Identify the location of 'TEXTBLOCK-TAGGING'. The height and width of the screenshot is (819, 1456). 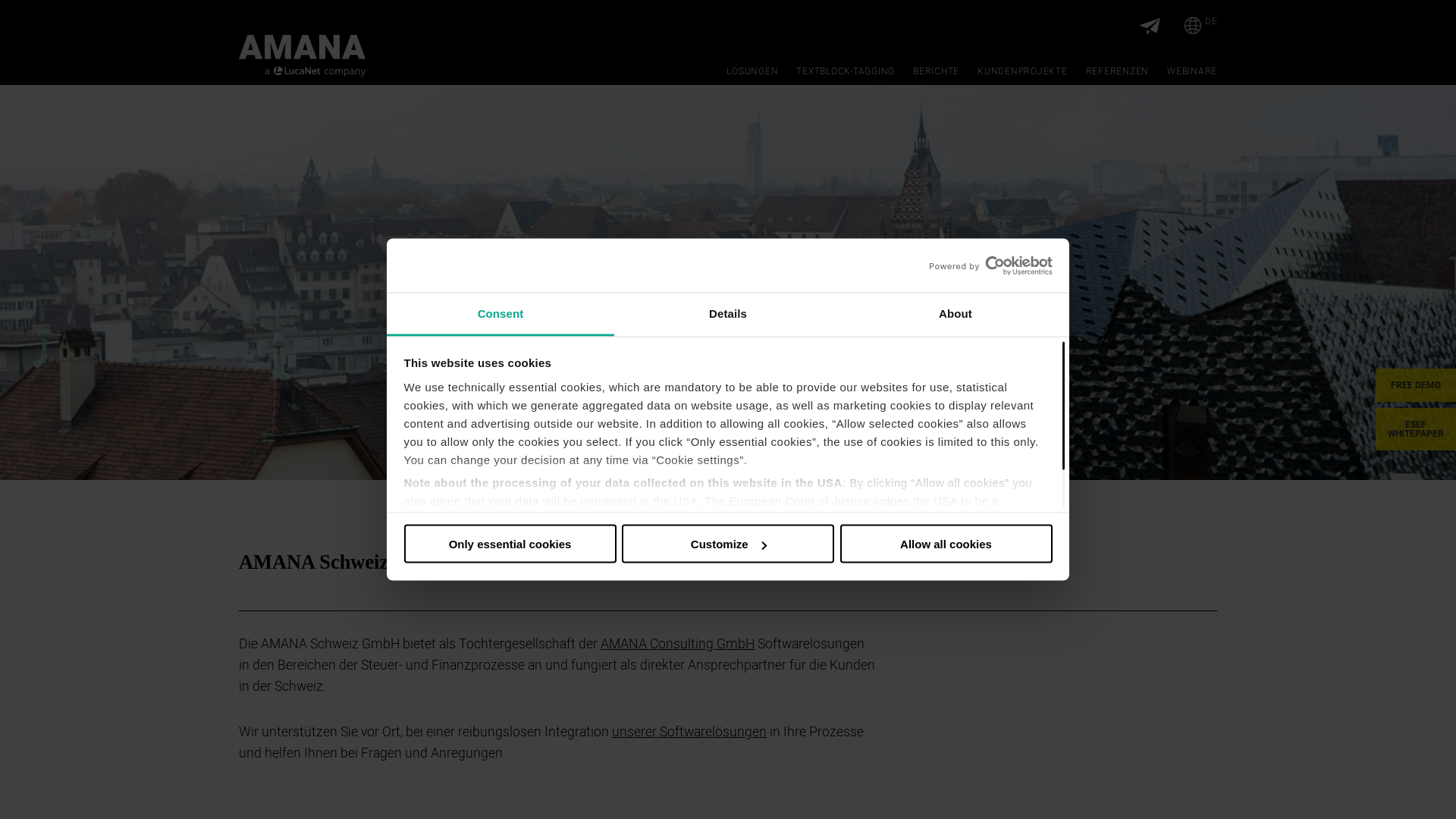
(844, 71).